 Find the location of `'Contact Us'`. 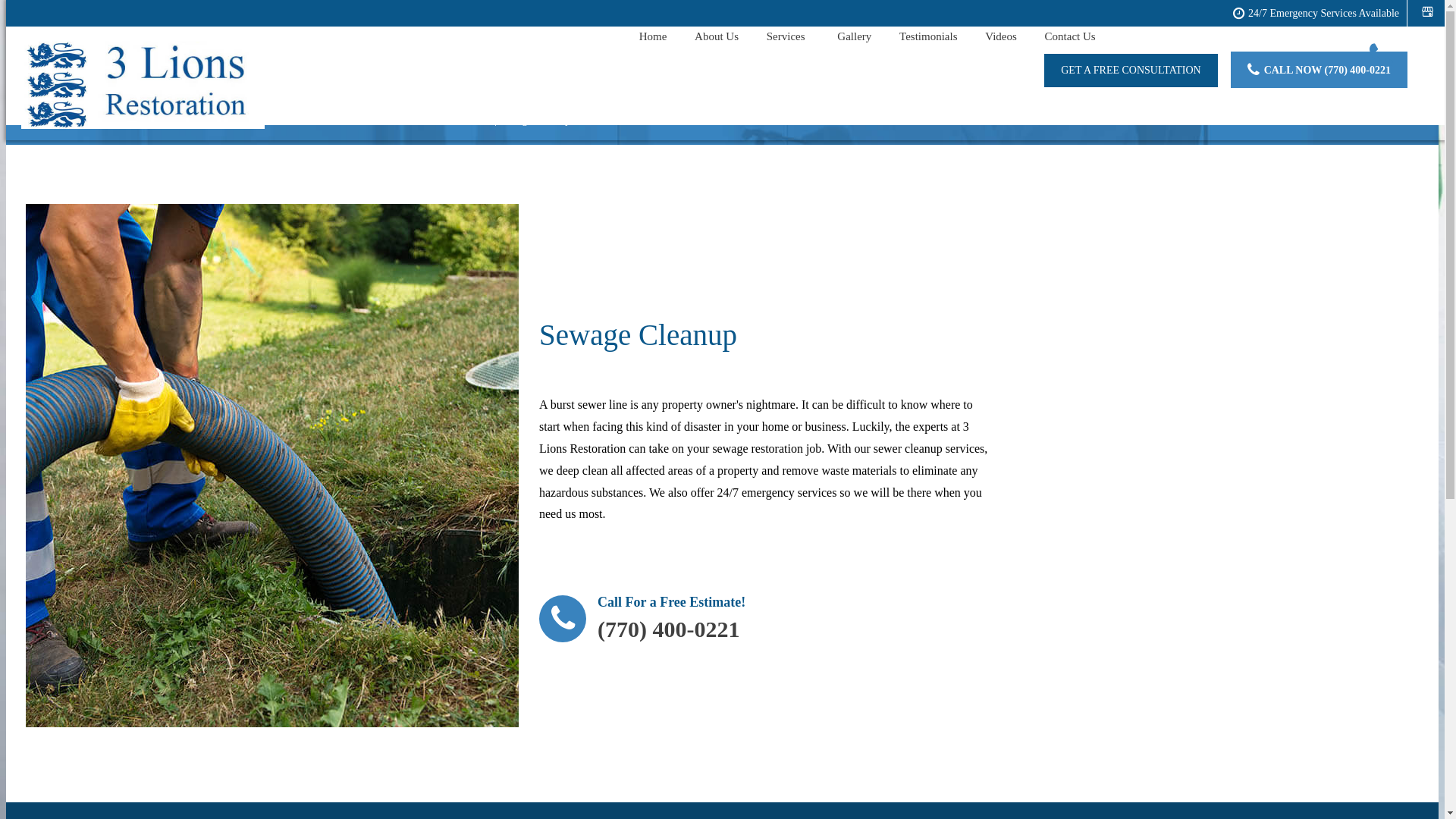

'Contact Us' is located at coordinates (1069, 36).